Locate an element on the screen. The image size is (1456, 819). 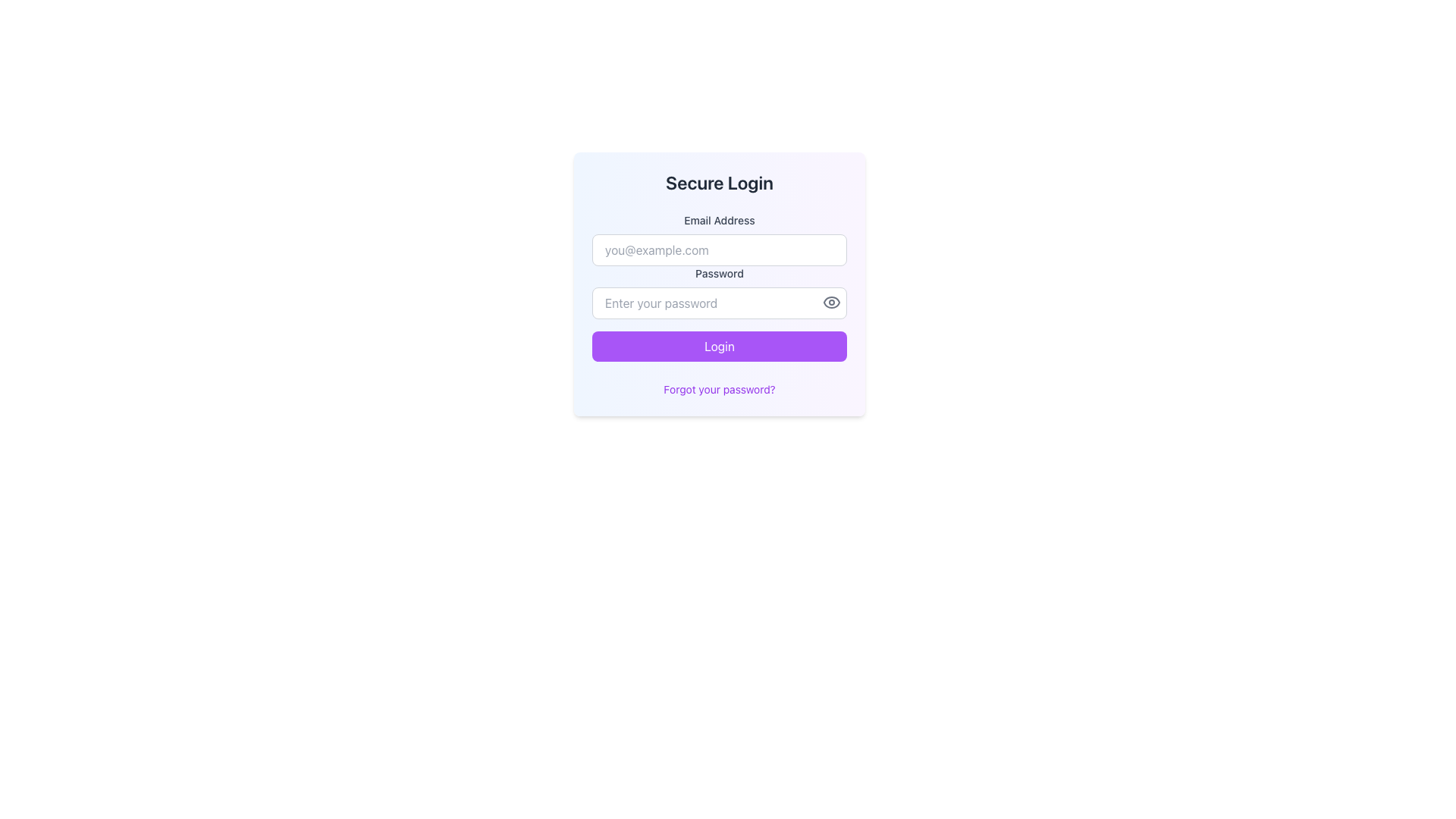
the login button located below the 'Password' input field and above the 'Forgot your password?' text link is located at coordinates (719, 346).